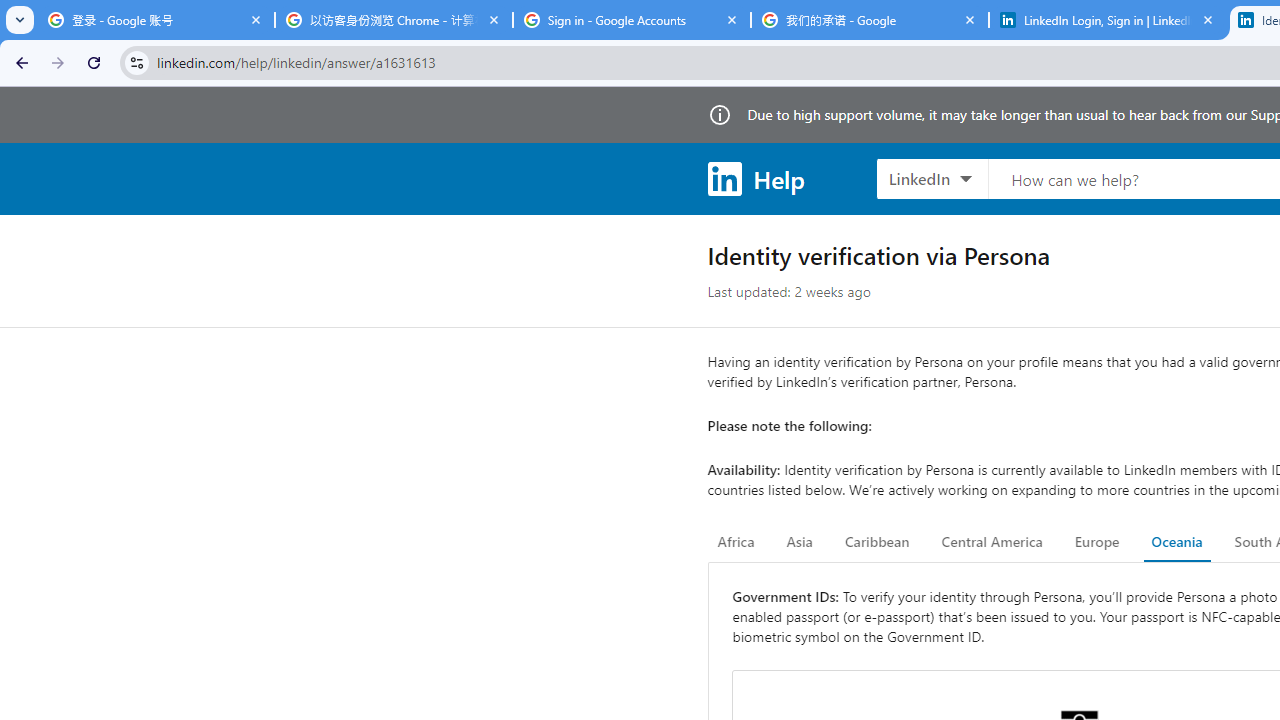 This screenshot has width=1280, height=720. Describe the element at coordinates (876, 542) in the screenshot. I see `'Caribbean'` at that location.